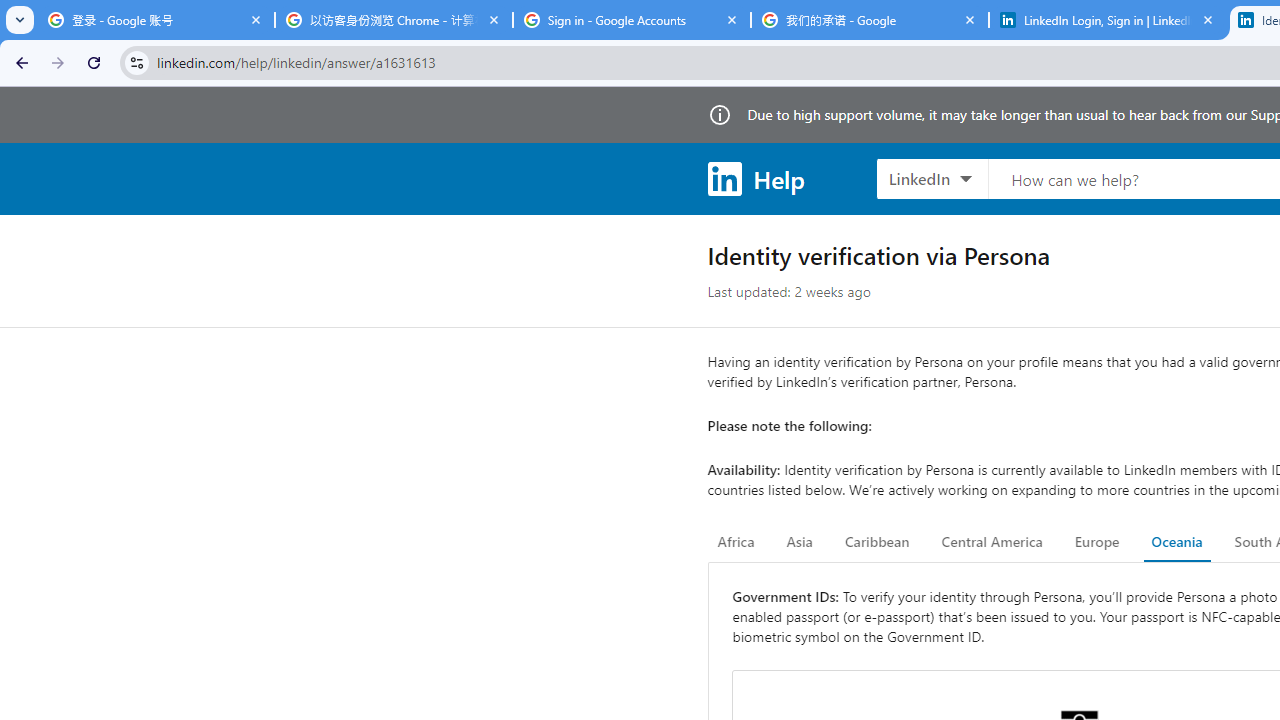 This screenshot has width=1280, height=720. Describe the element at coordinates (876, 542) in the screenshot. I see `'Caribbean'` at that location.